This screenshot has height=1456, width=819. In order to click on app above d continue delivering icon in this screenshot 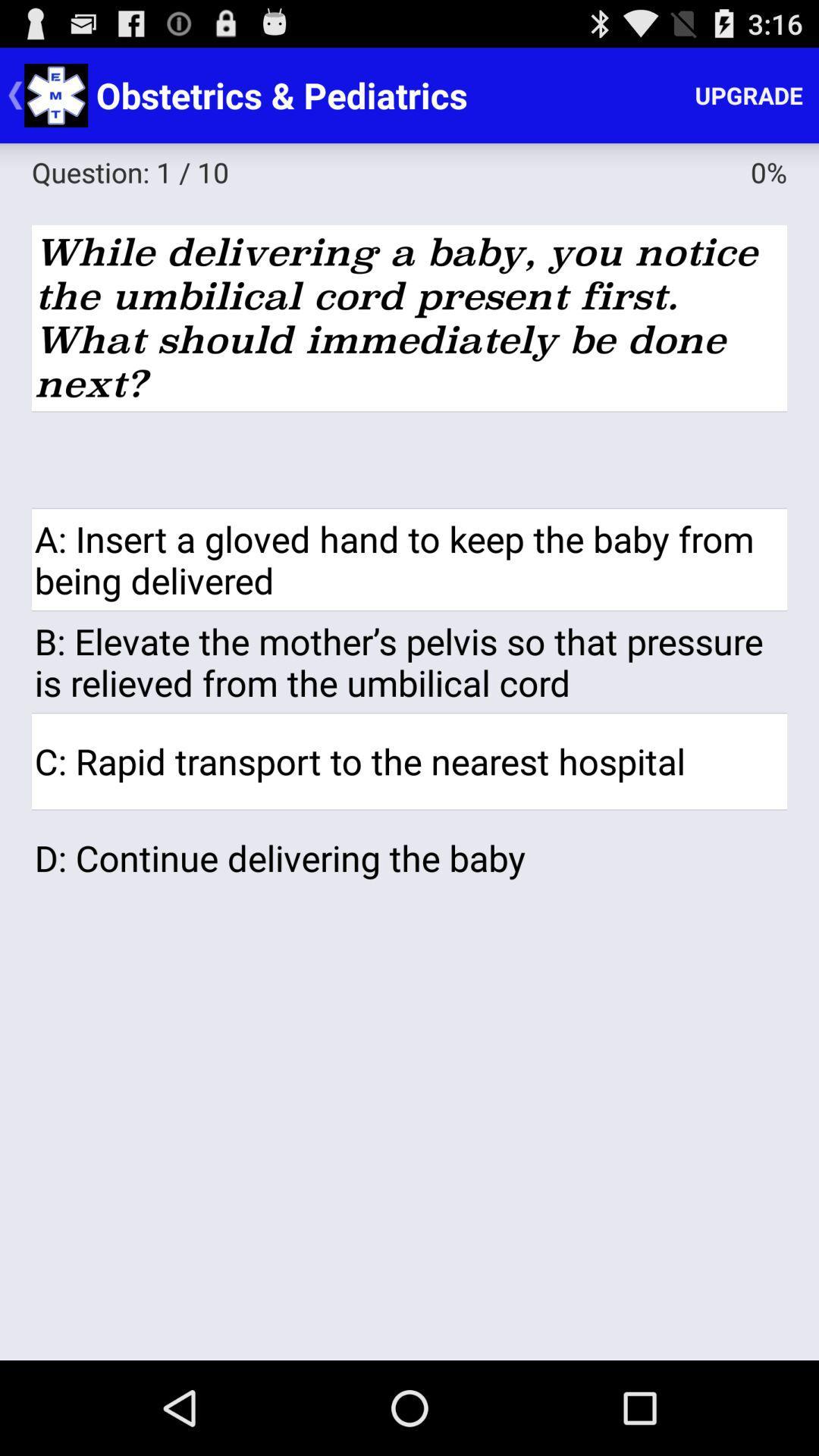, I will do `click(409, 761)`.